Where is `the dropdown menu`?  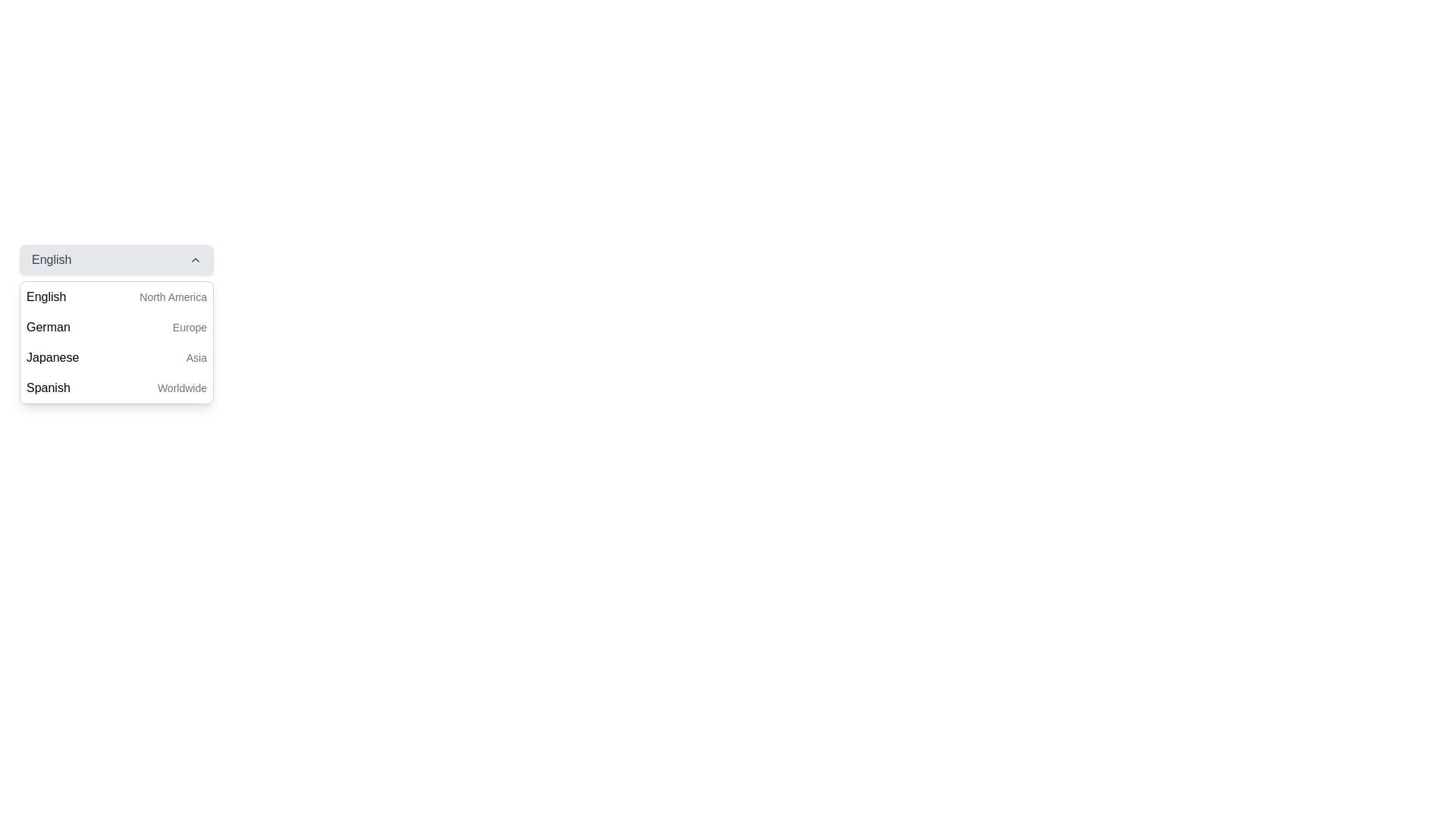
the dropdown menu is located at coordinates (115, 342).